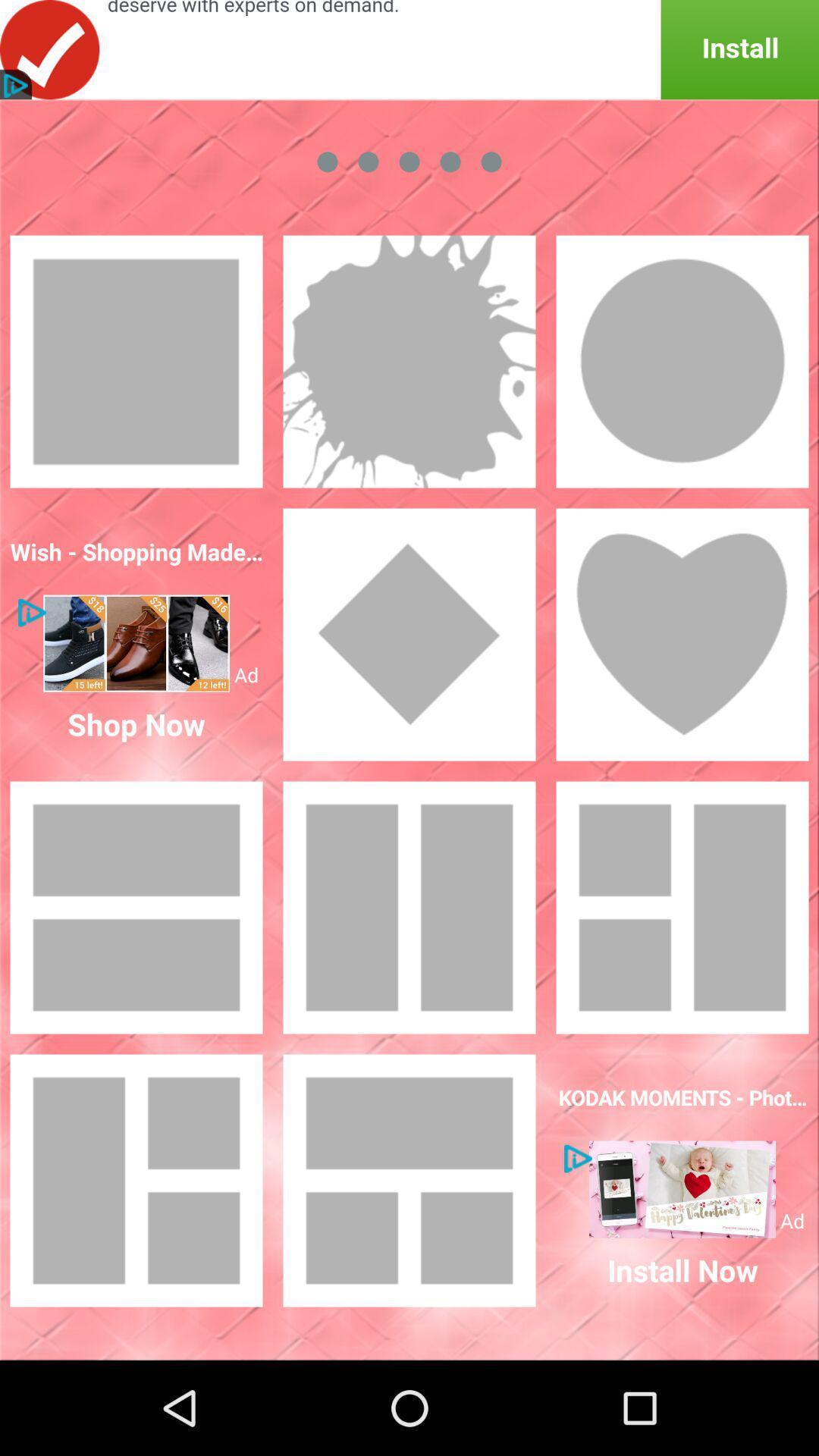  I want to click on click box bottom left, so click(136, 1179).